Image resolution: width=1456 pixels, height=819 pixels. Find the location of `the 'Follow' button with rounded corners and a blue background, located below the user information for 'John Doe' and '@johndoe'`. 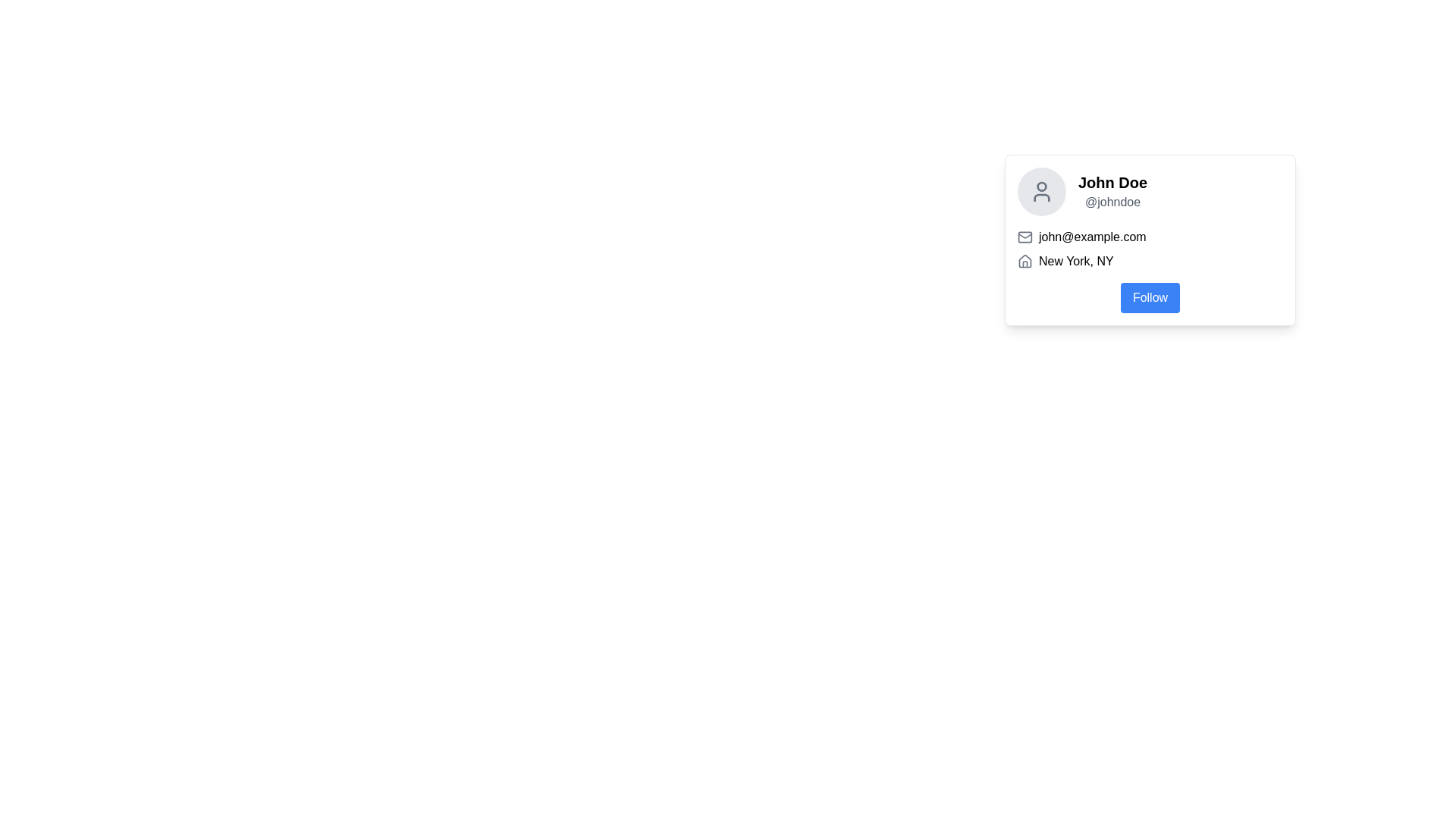

the 'Follow' button with rounded corners and a blue background, located below the user information for 'John Doe' and '@johndoe' is located at coordinates (1150, 298).